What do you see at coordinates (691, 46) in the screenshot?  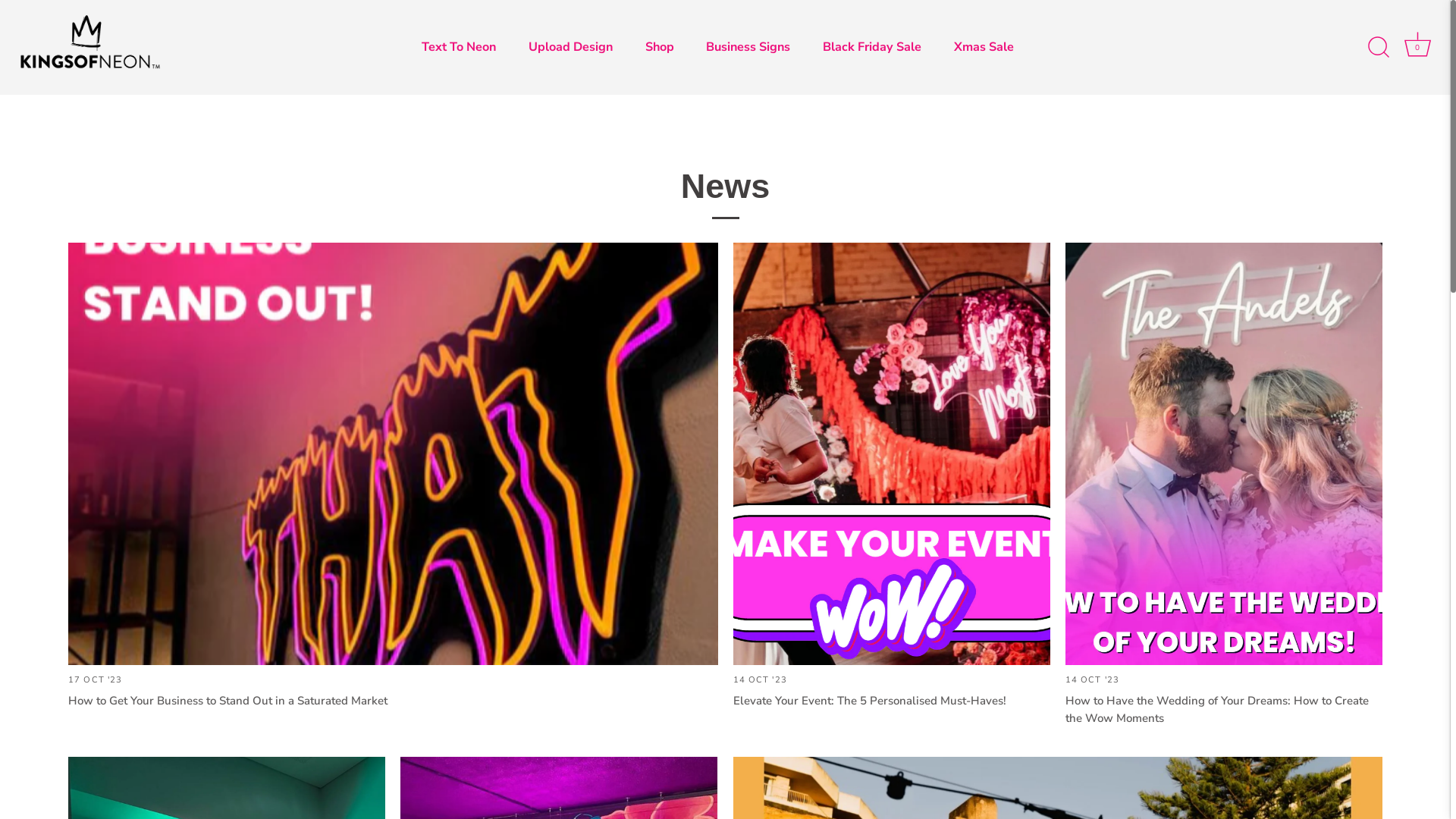 I see `'Business Signs'` at bounding box center [691, 46].